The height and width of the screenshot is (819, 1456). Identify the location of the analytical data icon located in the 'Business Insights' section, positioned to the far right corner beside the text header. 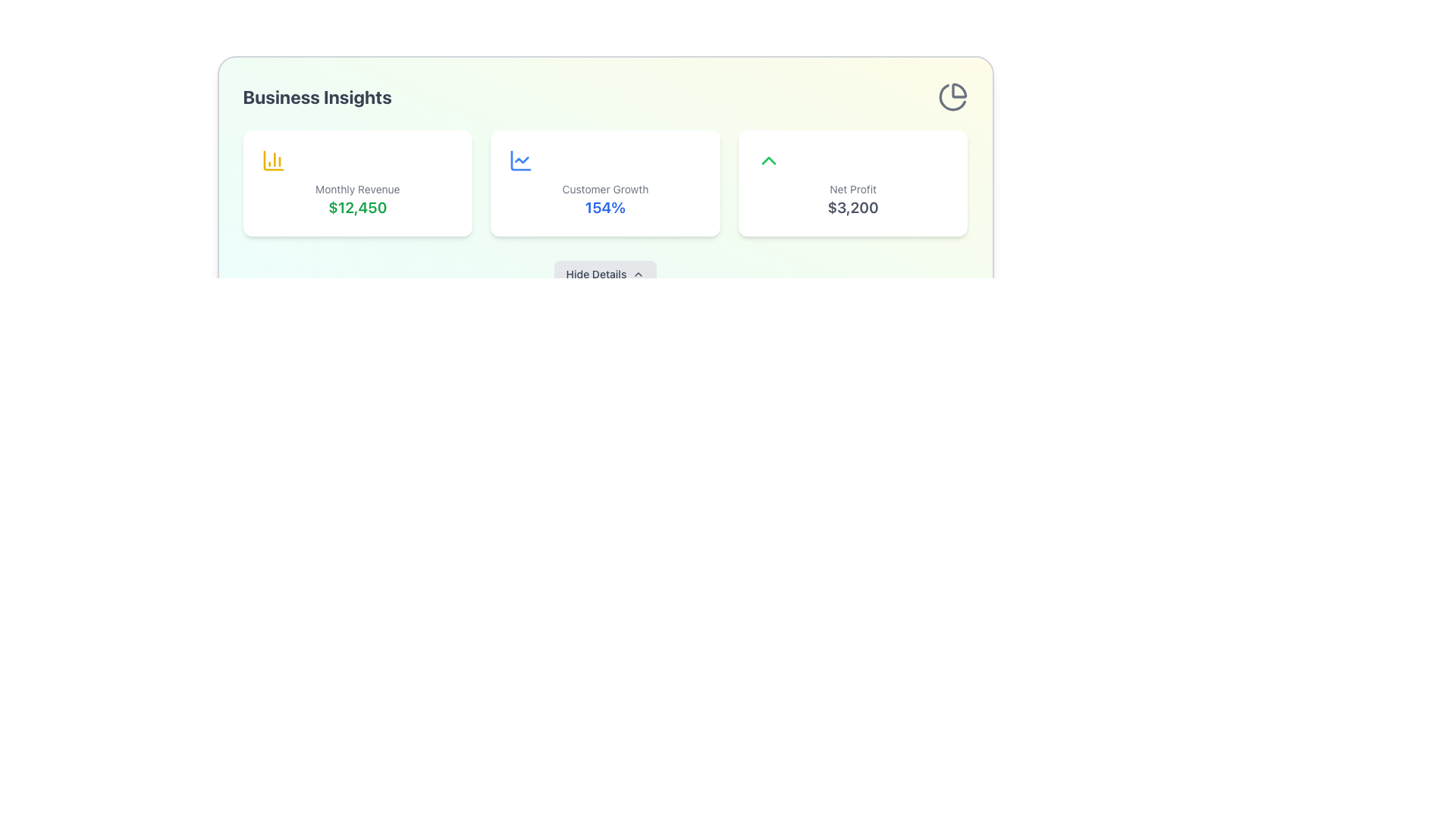
(952, 96).